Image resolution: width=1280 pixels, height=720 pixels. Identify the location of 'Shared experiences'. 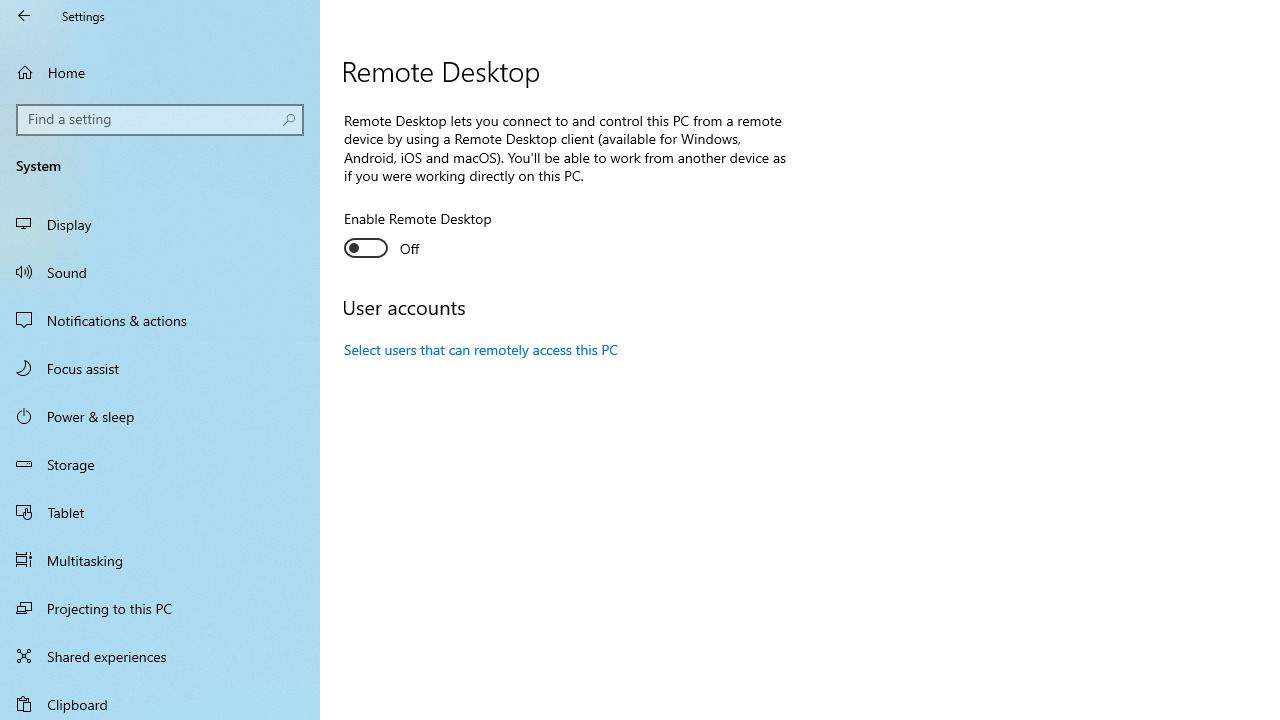
(160, 655).